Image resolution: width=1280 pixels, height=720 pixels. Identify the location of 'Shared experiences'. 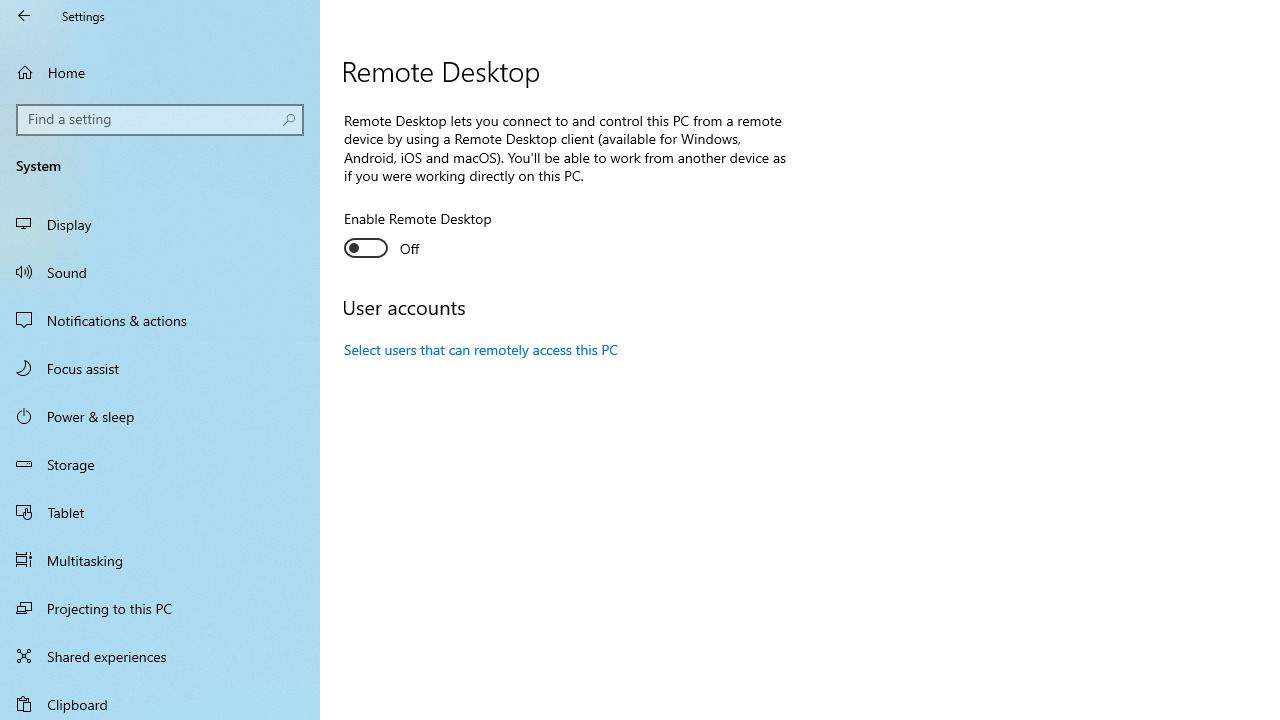
(160, 655).